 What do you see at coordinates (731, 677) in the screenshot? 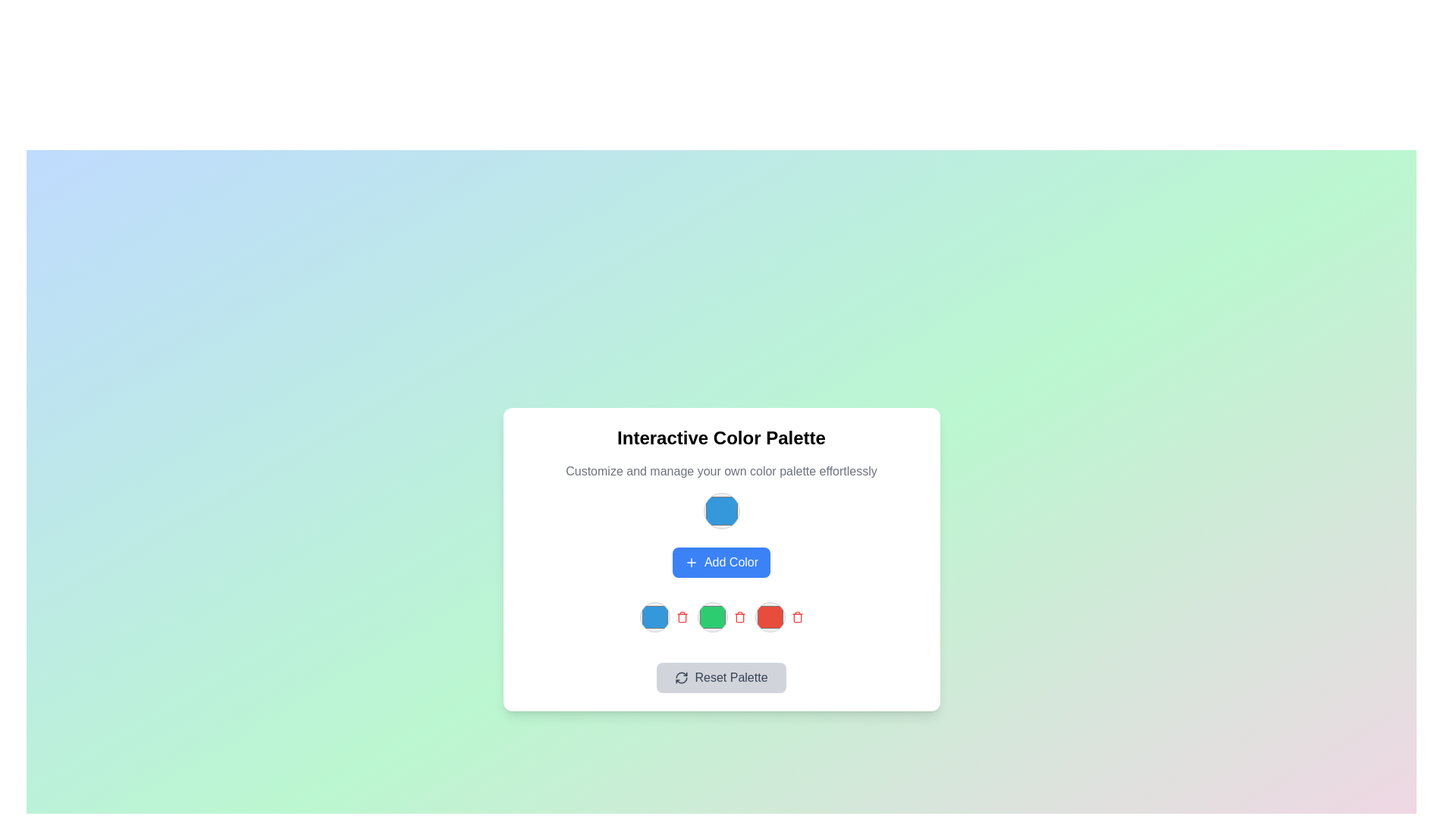
I see `the text label for the 'Reset Palette' button, which is centrally aligned within the button at the bottom center of the window` at bounding box center [731, 677].